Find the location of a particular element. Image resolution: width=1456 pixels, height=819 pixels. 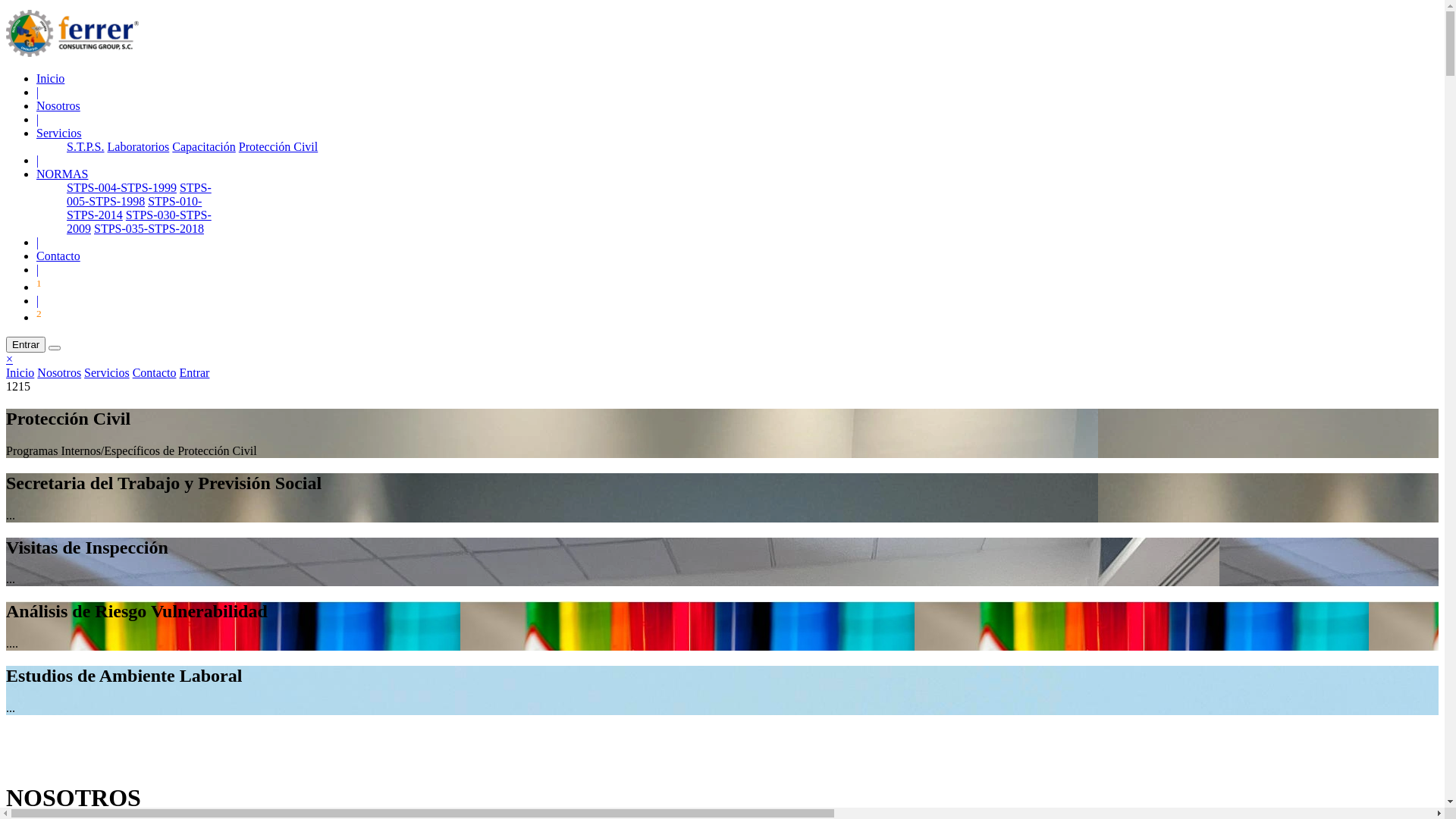

'2' is located at coordinates (39, 316).